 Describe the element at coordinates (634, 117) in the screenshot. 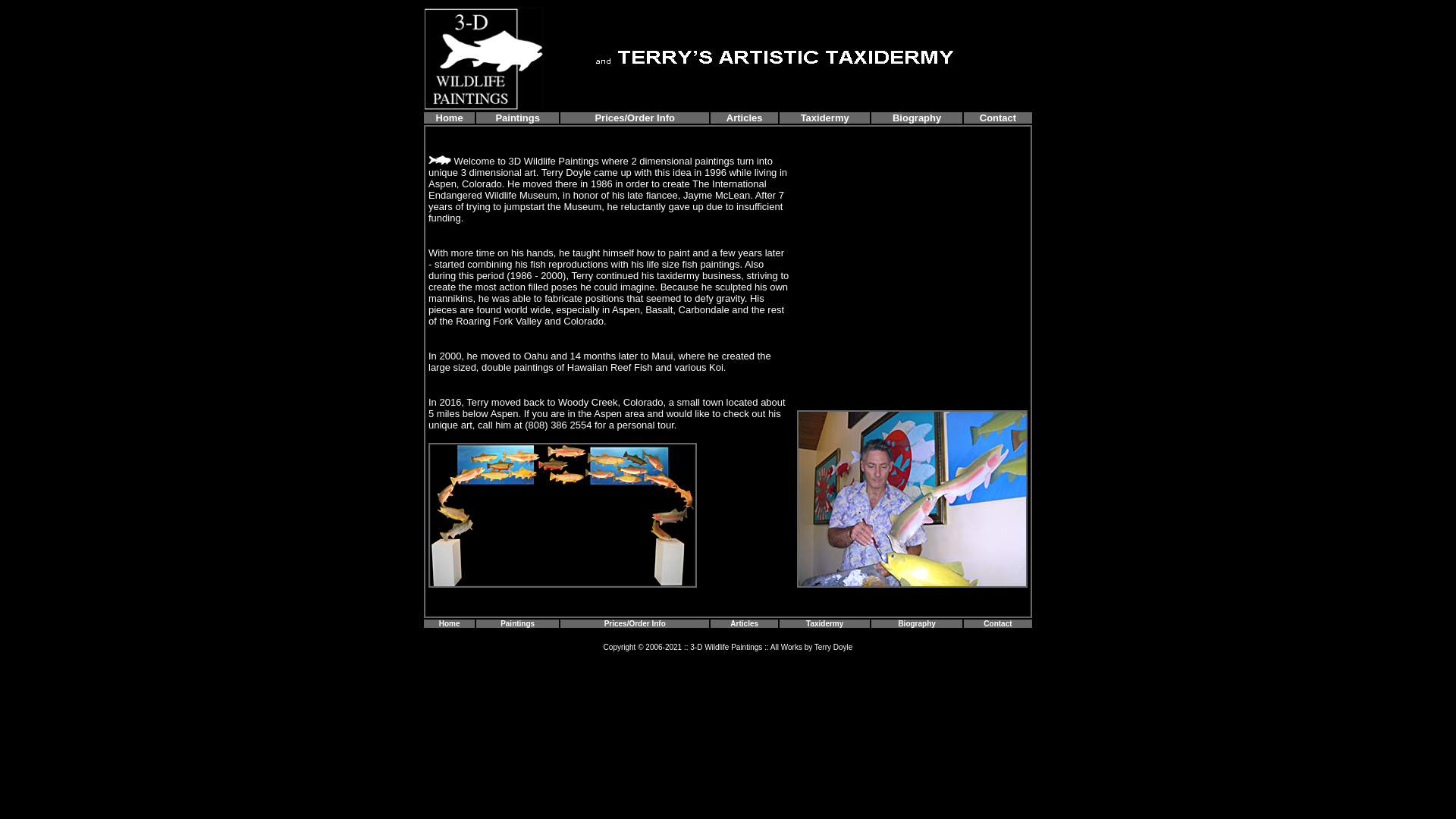

I see `'Prices/Order Info'` at that location.